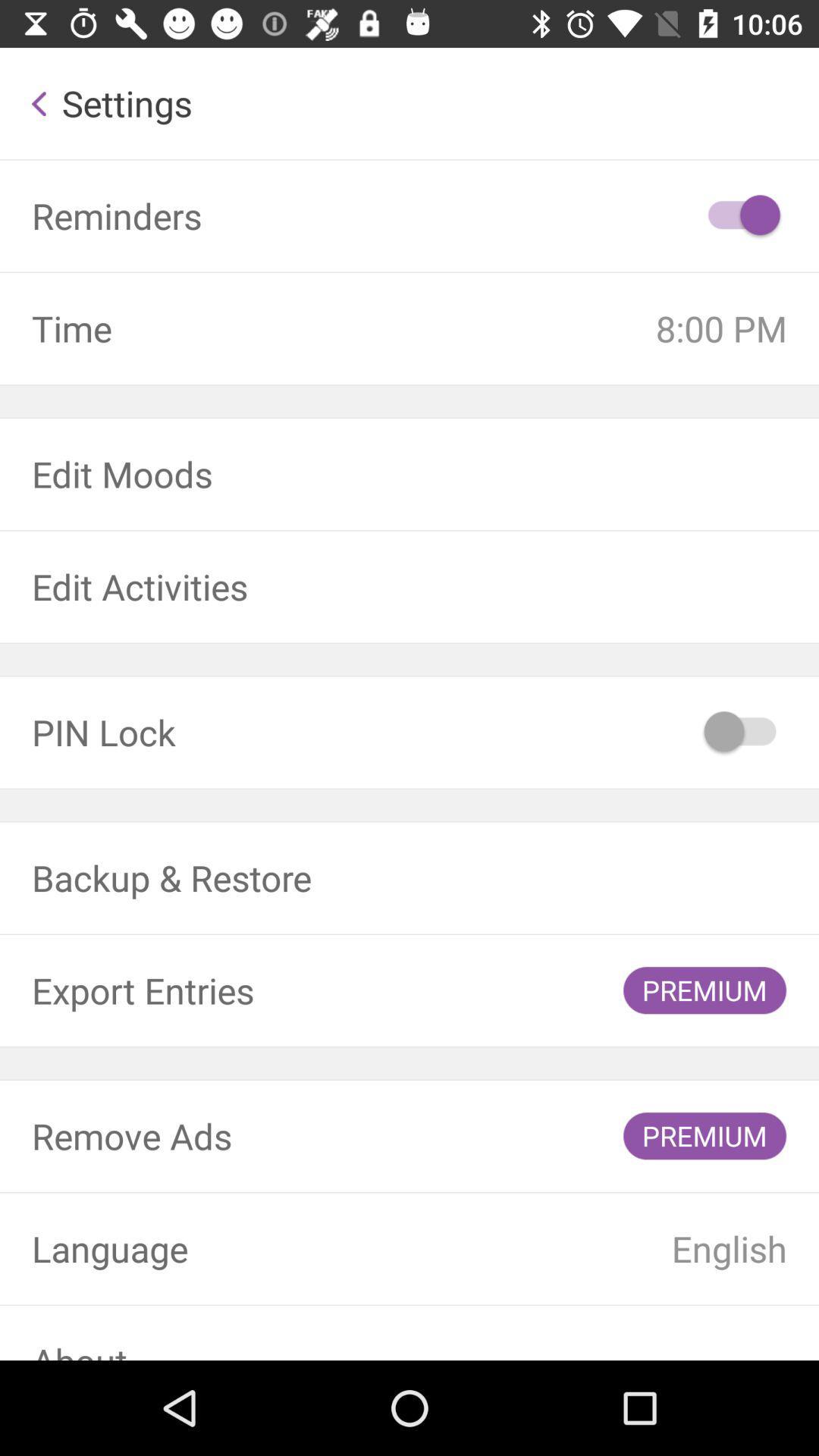  Describe the element at coordinates (741, 215) in the screenshot. I see `reminders` at that location.